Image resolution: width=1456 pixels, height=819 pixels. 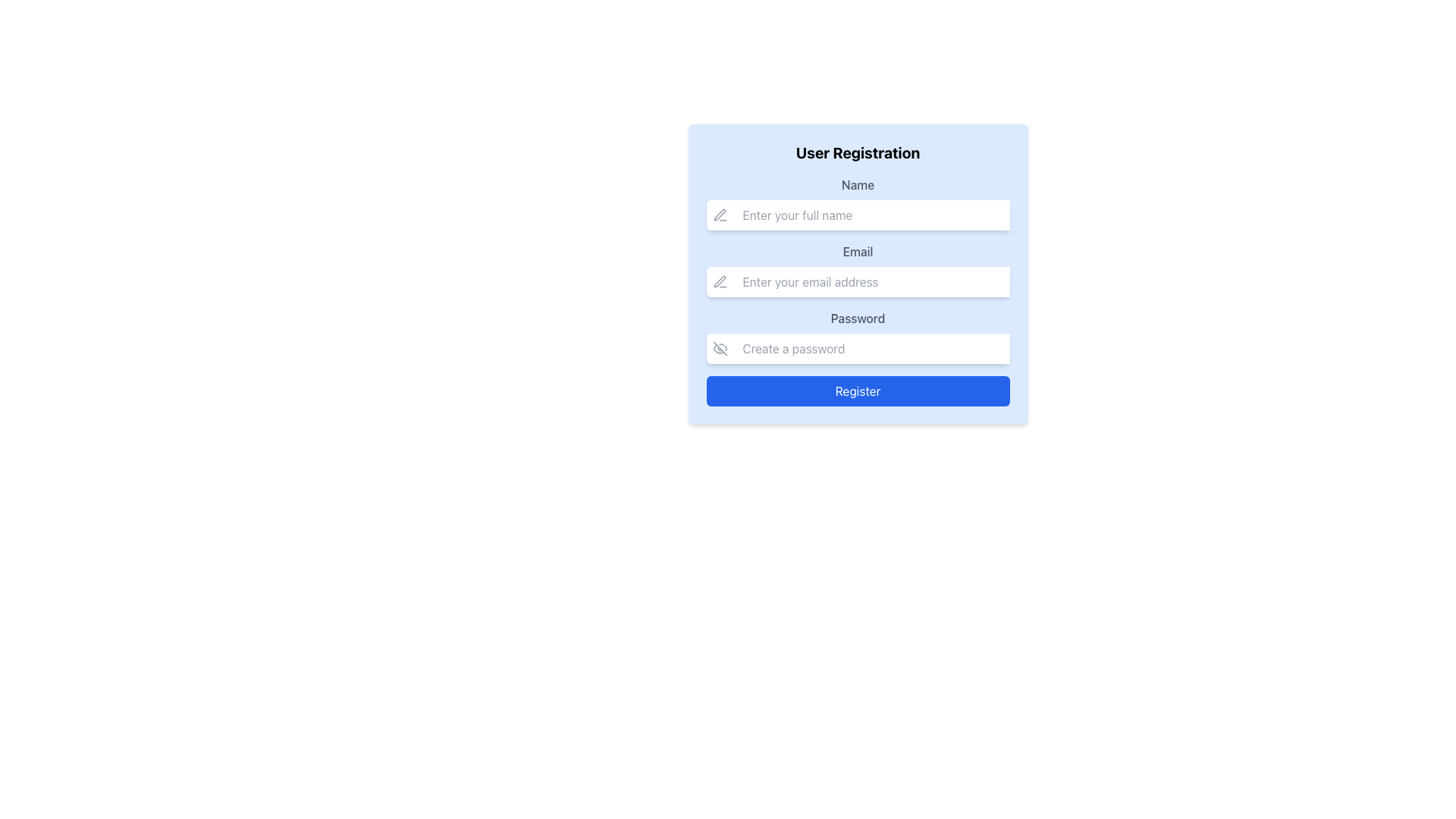 I want to click on the Password Input Field with Visibility Toggle, so click(x=858, y=348).